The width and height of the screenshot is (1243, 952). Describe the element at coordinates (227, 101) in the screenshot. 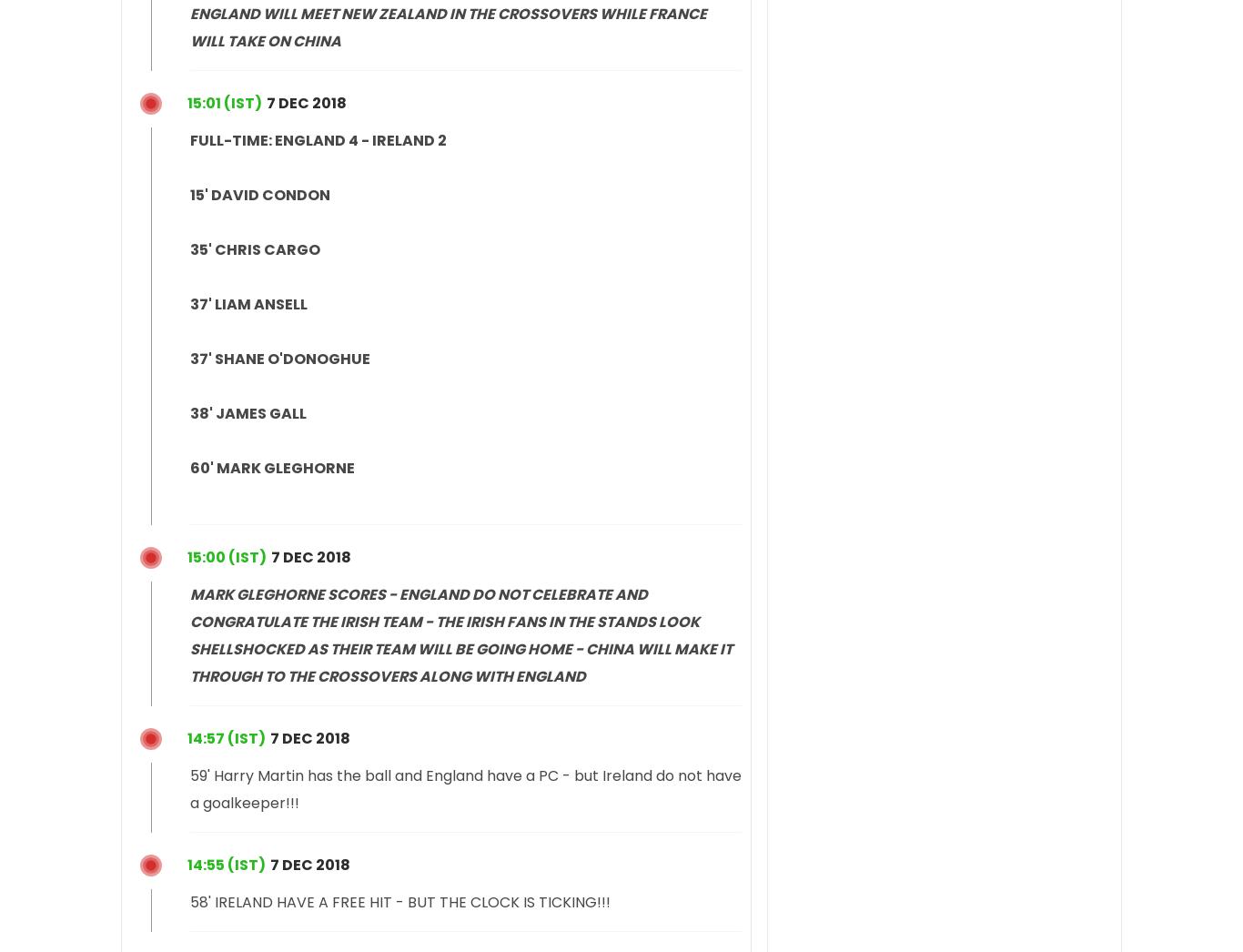

I see `'20:31 (IST)'` at that location.